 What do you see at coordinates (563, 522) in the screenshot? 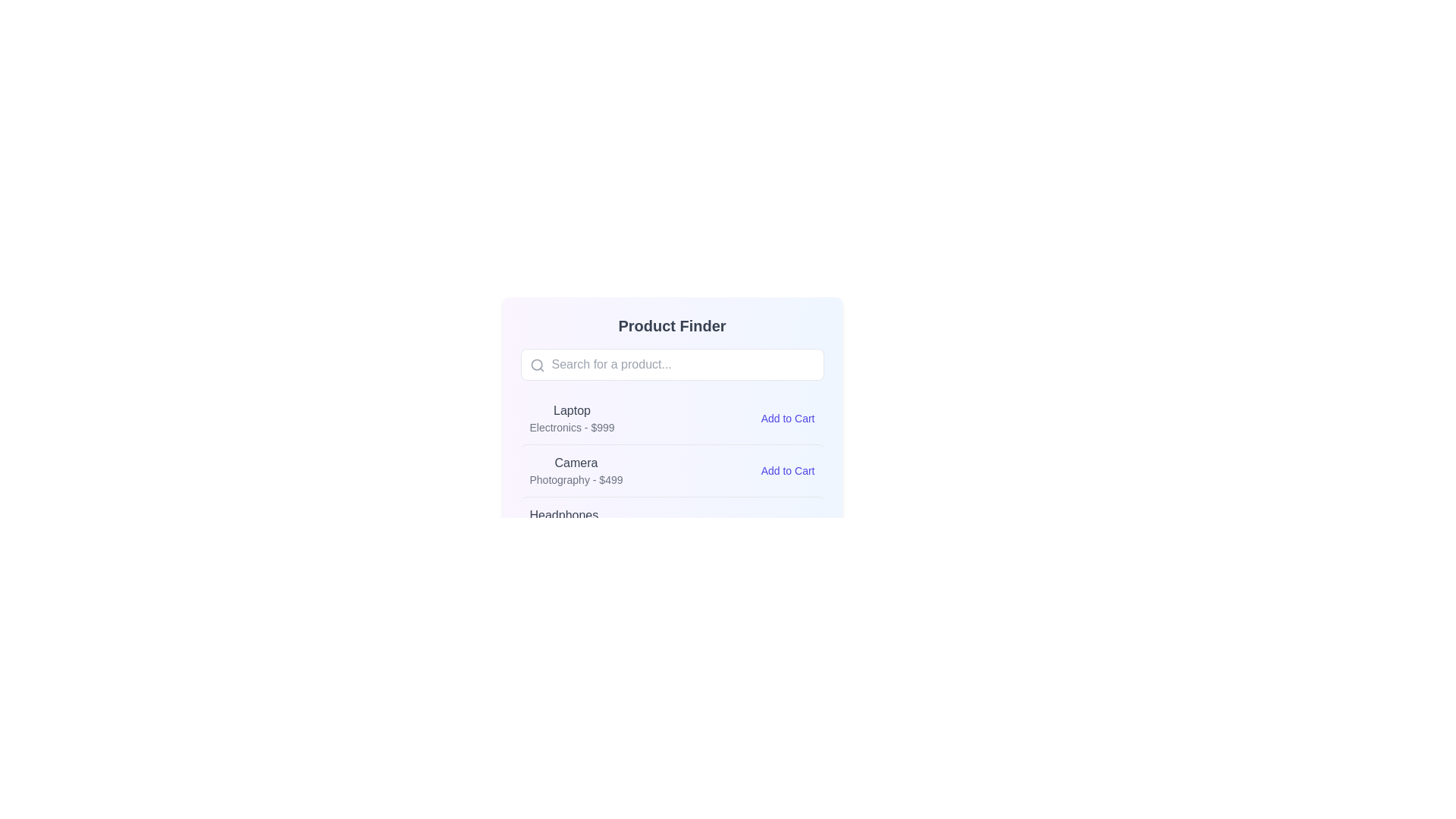
I see `the textual information displayed in the 'Headphones' text block, which includes the price of '$199'` at bounding box center [563, 522].